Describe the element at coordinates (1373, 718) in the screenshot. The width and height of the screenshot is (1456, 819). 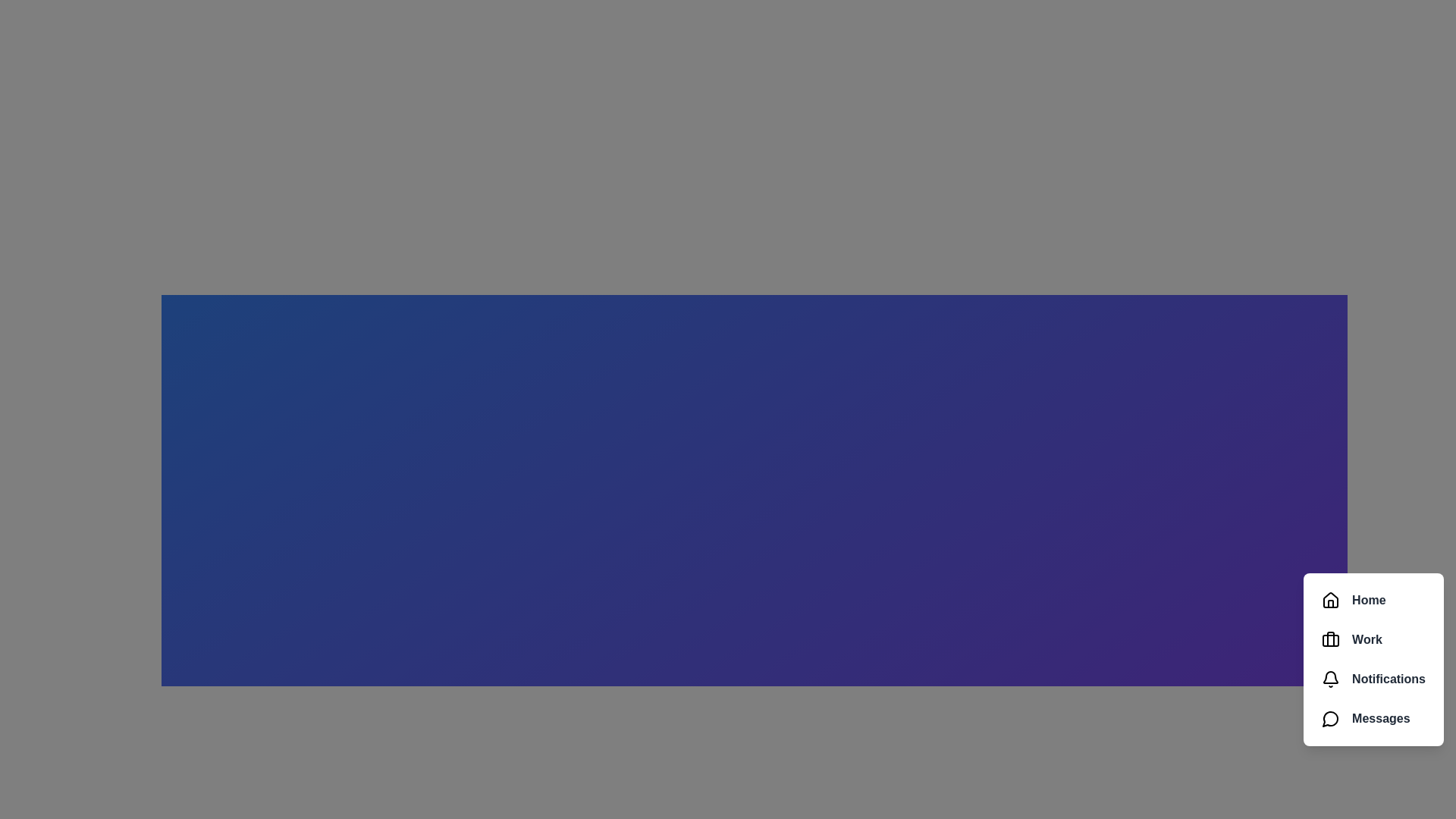
I see `the Messages in the speed dial menu` at that location.